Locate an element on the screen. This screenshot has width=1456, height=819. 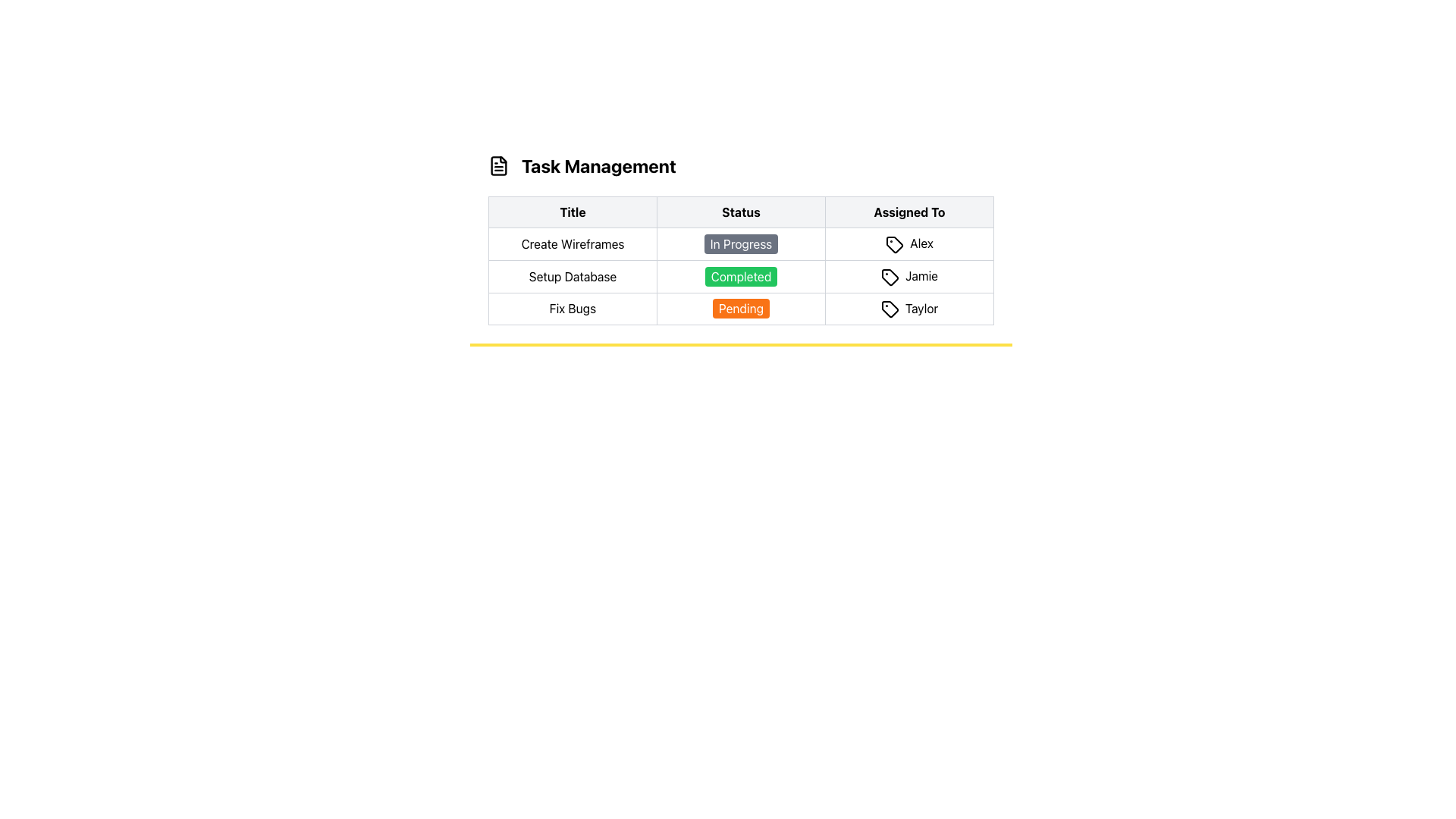
the styled text label indicating the completion status of the task 'Setup Database' located in the 'Status' column of the task management table is located at coordinates (741, 276).